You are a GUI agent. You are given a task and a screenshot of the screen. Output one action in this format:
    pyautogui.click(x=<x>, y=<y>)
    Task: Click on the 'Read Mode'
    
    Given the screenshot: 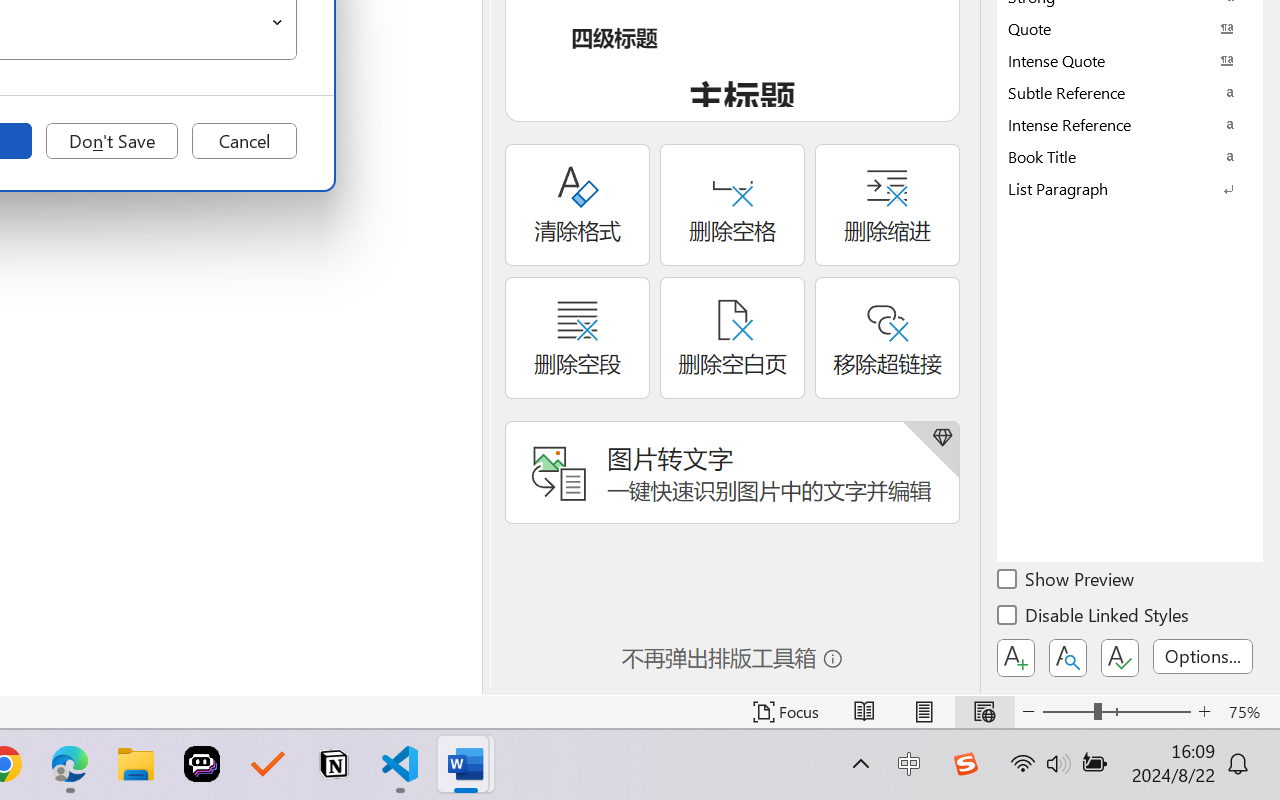 What is the action you would take?
    pyautogui.click(x=864, y=711)
    